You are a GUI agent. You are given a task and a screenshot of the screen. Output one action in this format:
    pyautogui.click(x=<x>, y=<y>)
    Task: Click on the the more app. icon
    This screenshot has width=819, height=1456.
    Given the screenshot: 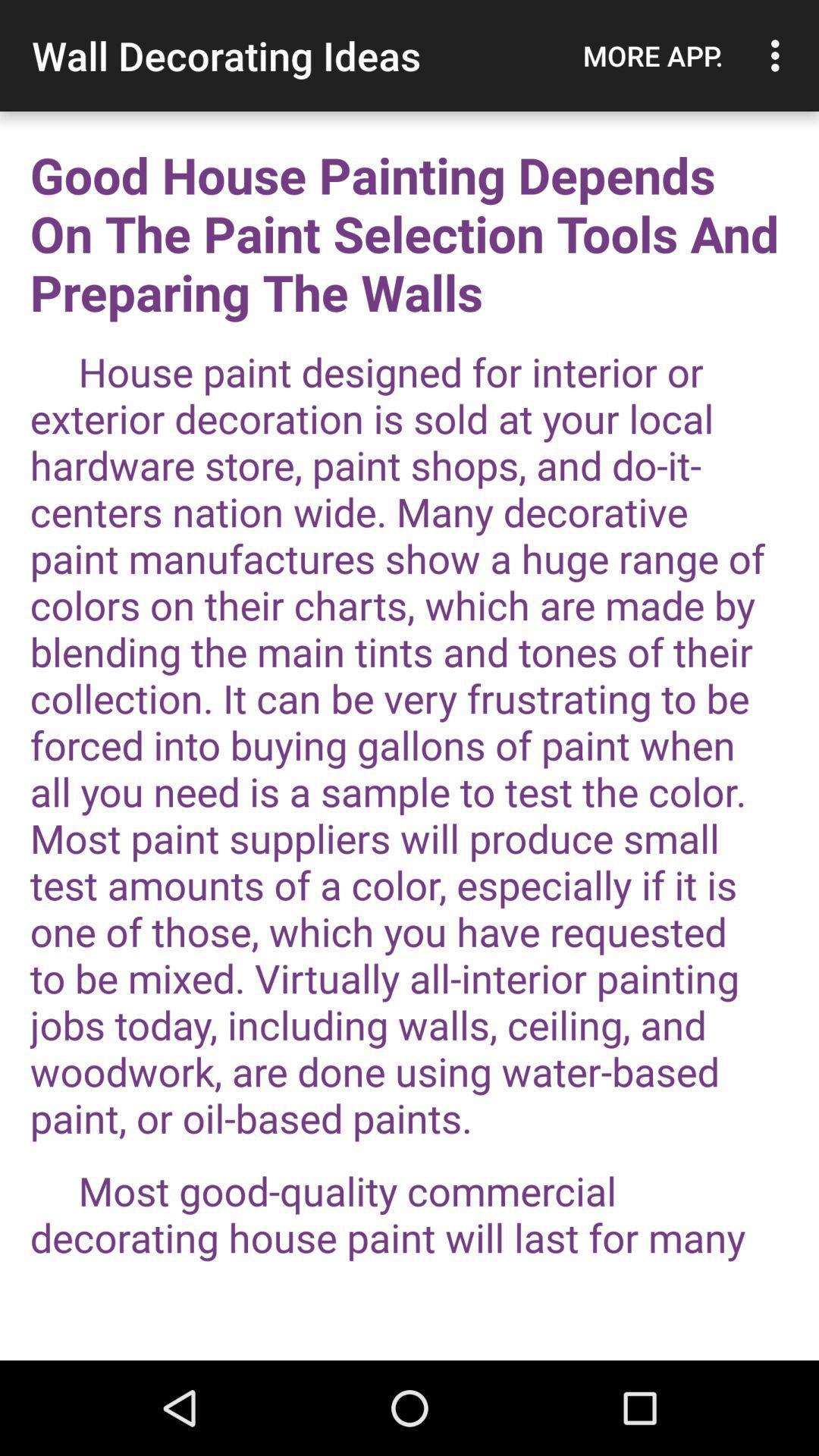 What is the action you would take?
    pyautogui.click(x=652, y=55)
    